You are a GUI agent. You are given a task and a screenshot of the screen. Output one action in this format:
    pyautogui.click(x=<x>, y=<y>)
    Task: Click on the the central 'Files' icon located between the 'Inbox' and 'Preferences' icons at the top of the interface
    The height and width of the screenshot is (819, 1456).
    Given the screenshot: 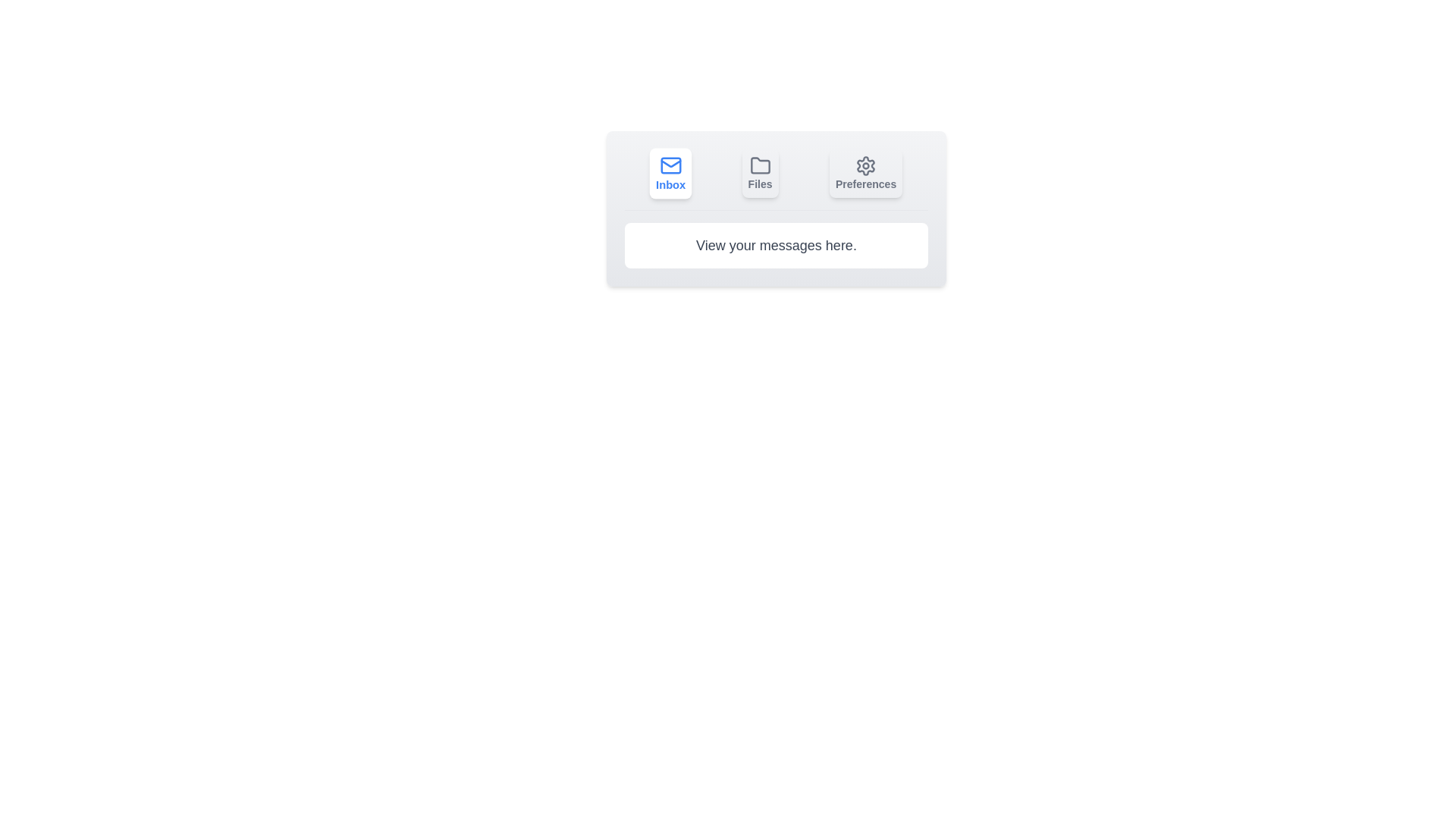 What is the action you would take?
    pyautogui.click(x=760, y=165)
    